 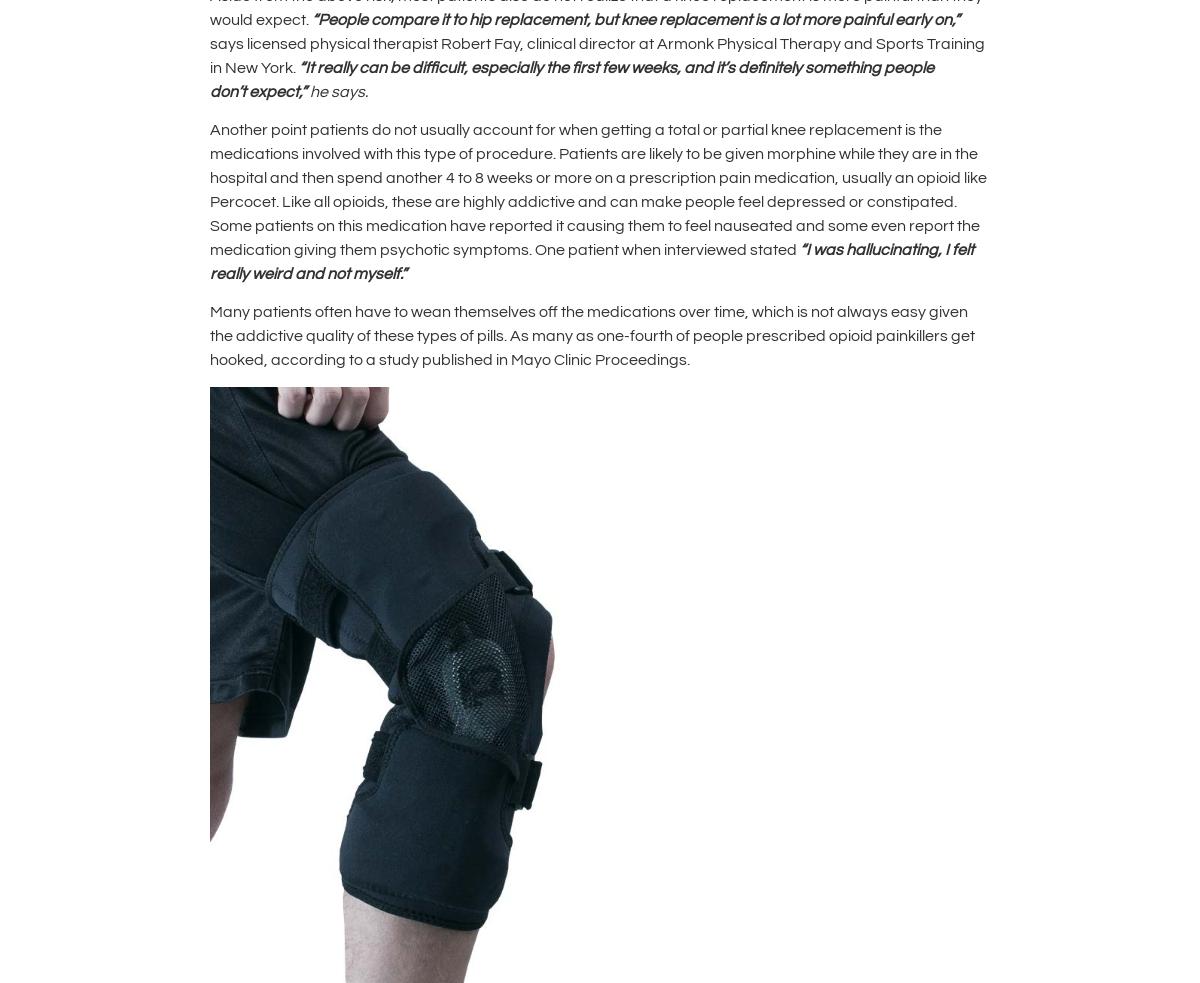 I want to click on 'and not myself.”', so click(x=351, y=272).